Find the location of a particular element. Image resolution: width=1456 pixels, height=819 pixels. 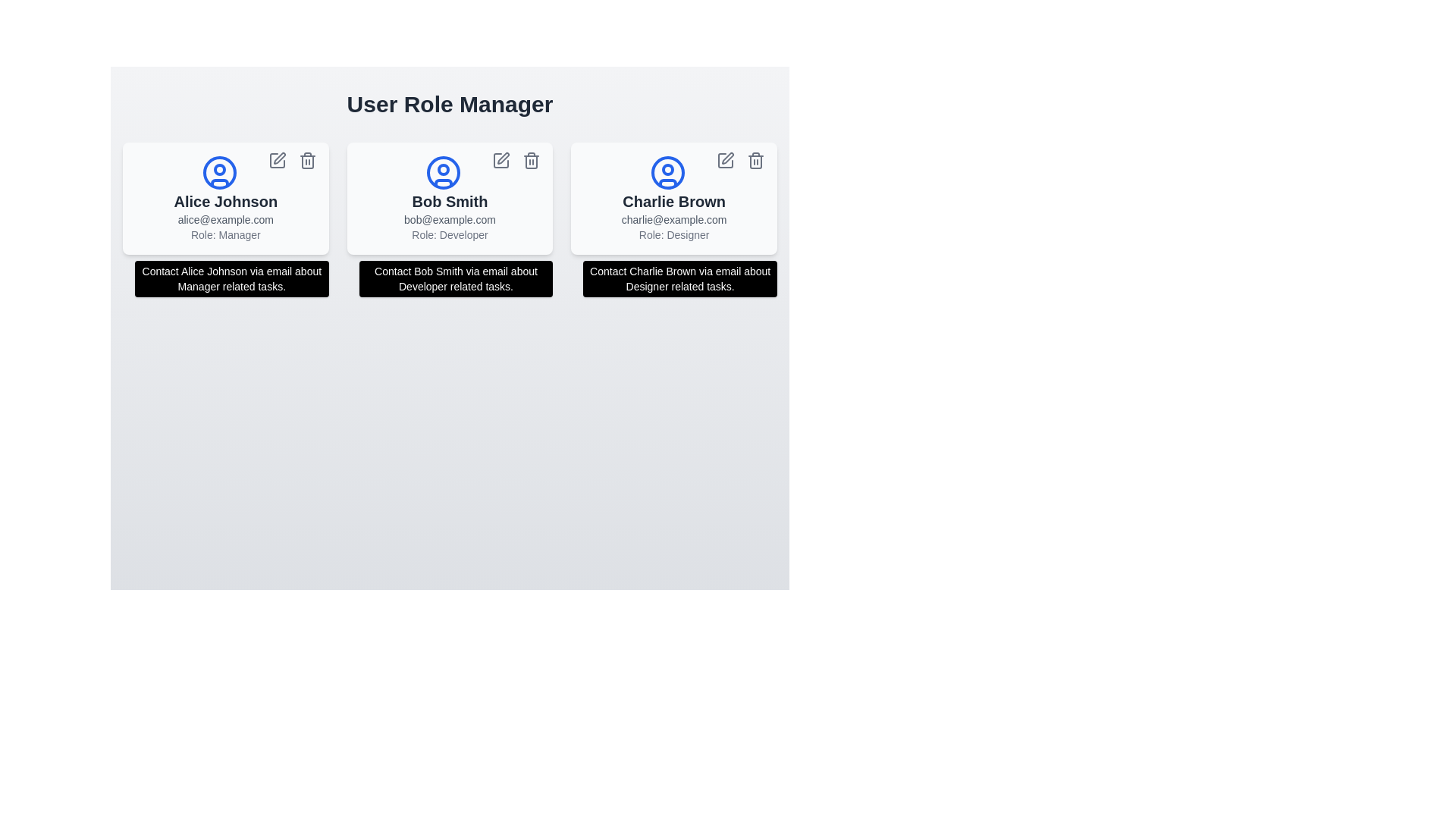

Tooltip-like information box that suggests contacting Alice Johnson via email for Manager-related tasks, located directly below her card in the User Role Manager grid layout is located at coordinates (231, 278).